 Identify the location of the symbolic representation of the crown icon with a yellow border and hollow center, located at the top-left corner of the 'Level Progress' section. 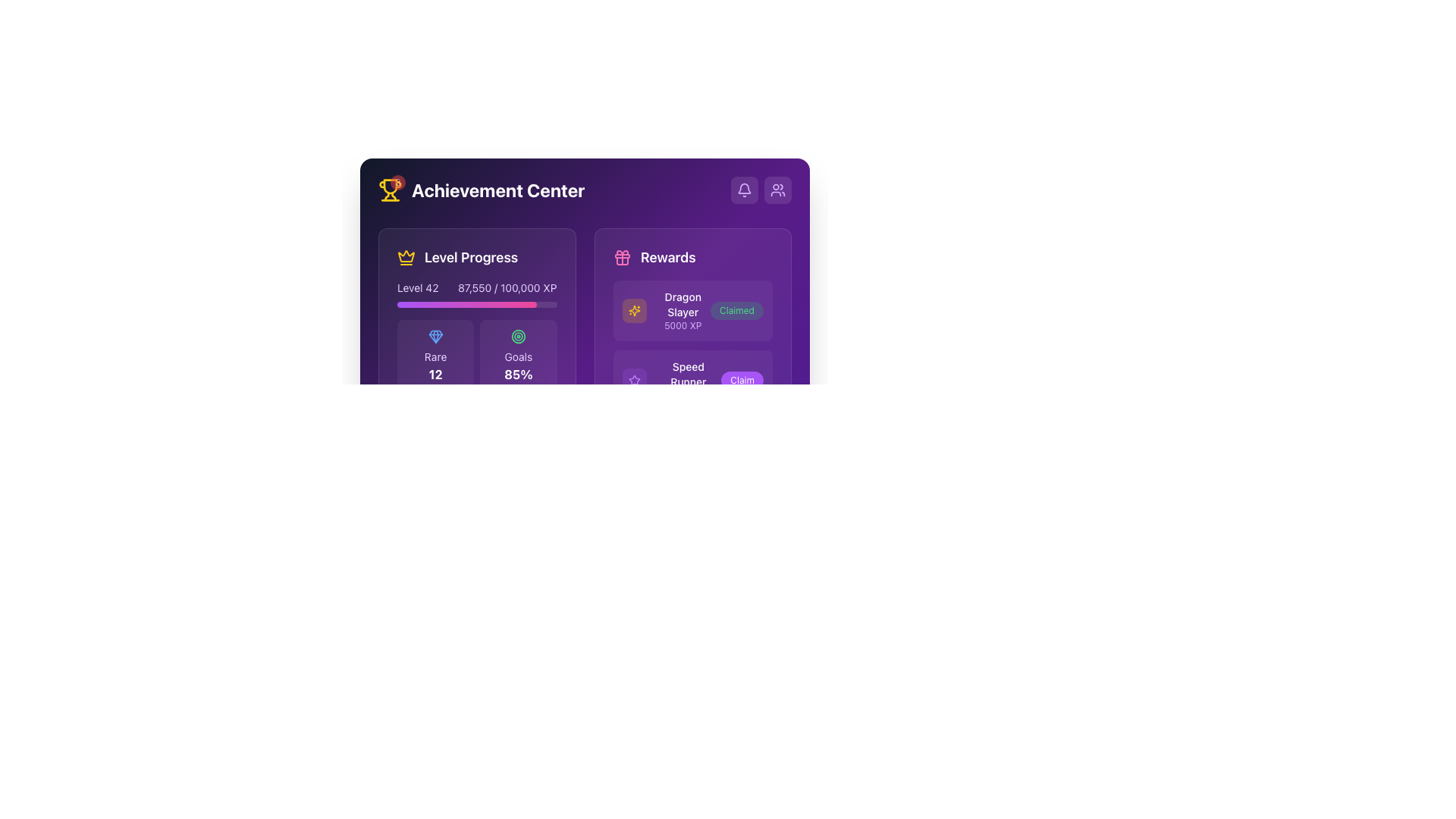
(406, 256).